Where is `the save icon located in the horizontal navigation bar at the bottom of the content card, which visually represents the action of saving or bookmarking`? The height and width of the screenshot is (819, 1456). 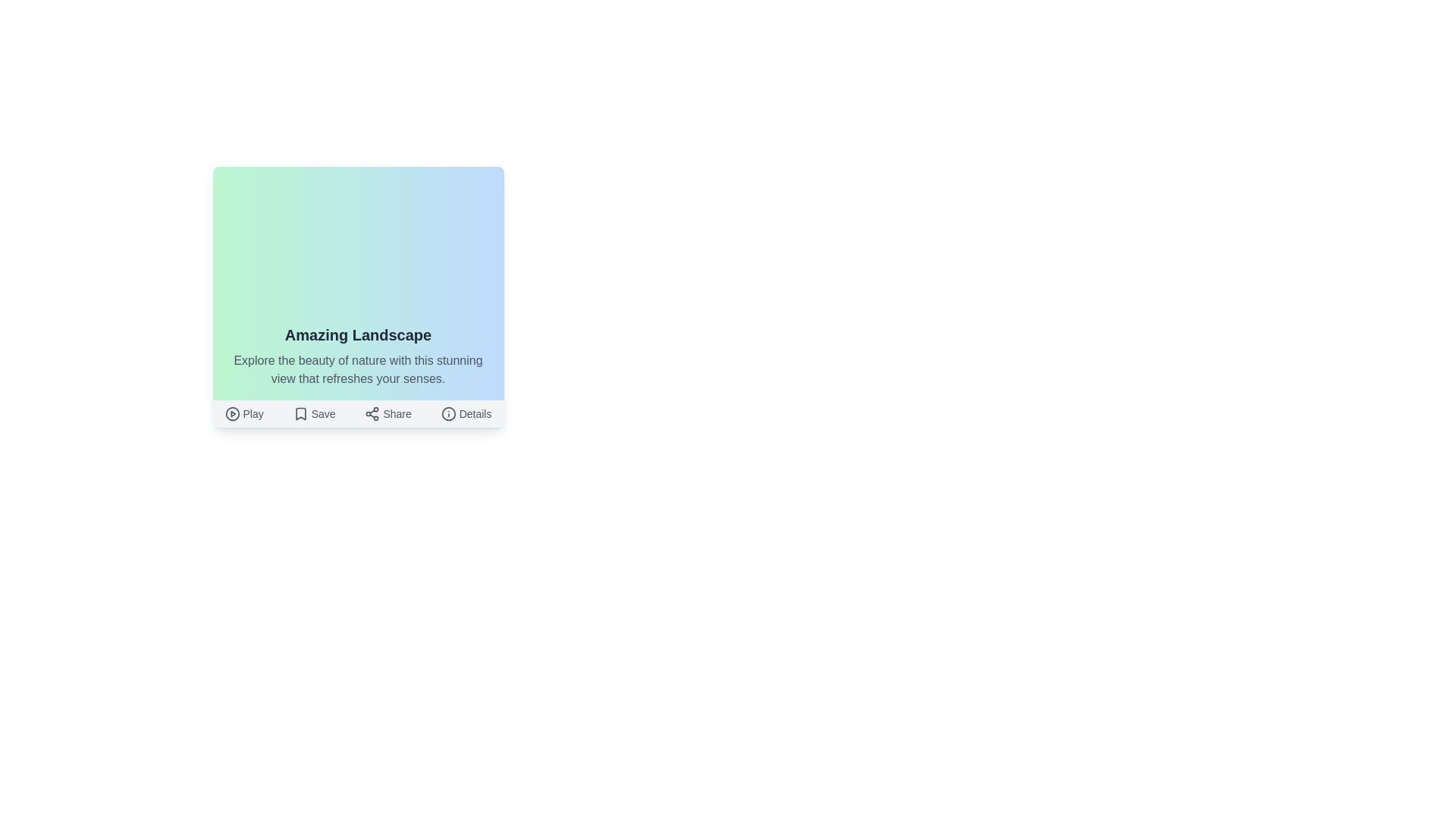 the save icon located in the horizontal navigation bar at the bottom of the content card, which visually represents the action of saving or bookmarking is located at coordinates (300, 414).